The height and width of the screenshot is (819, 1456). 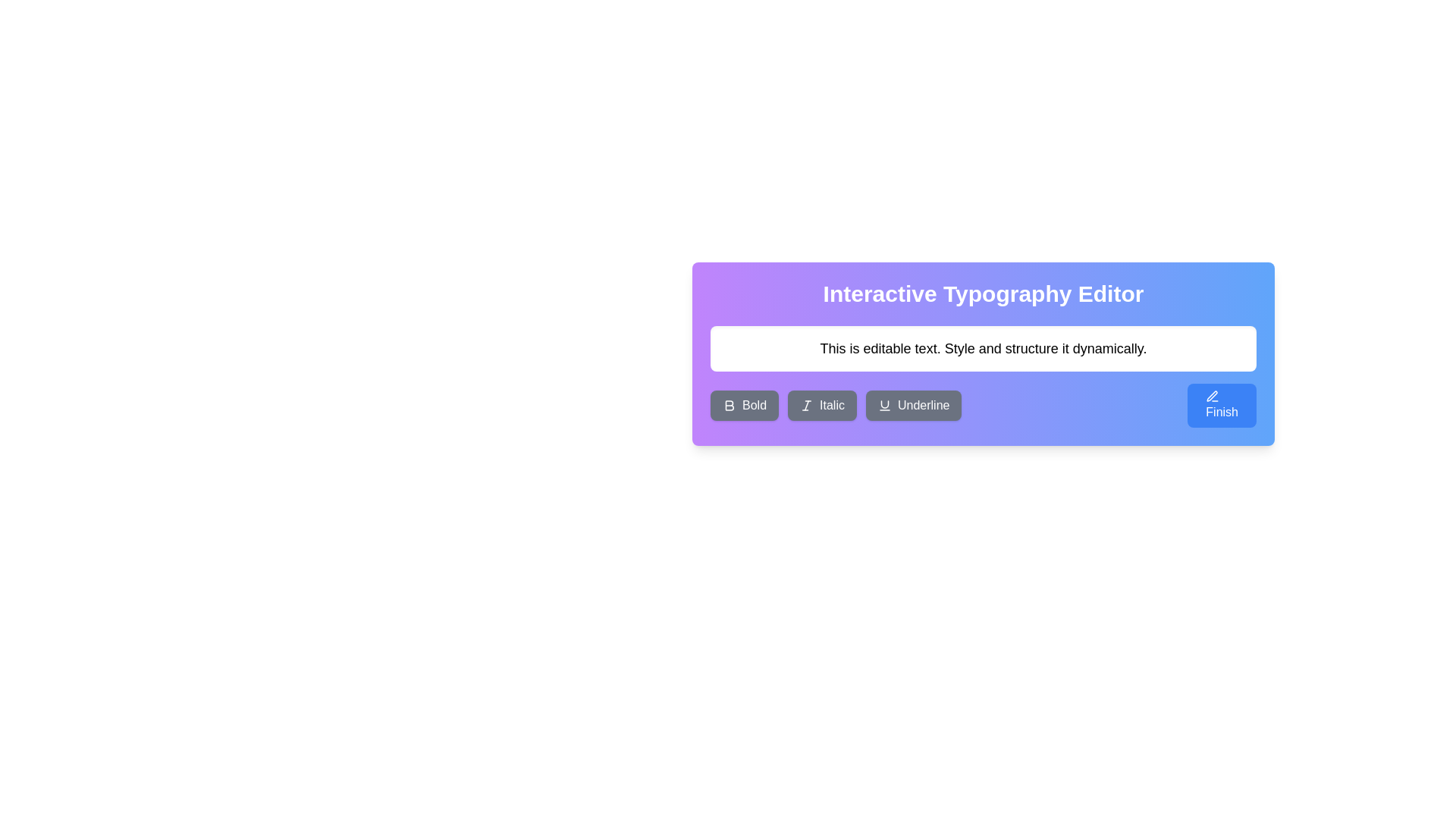 What do you see at coordinates (806, 405) in the screenshot?
I see `the 'Italic' icon in the text formatting toolbar` at bounding box center [806, 405].